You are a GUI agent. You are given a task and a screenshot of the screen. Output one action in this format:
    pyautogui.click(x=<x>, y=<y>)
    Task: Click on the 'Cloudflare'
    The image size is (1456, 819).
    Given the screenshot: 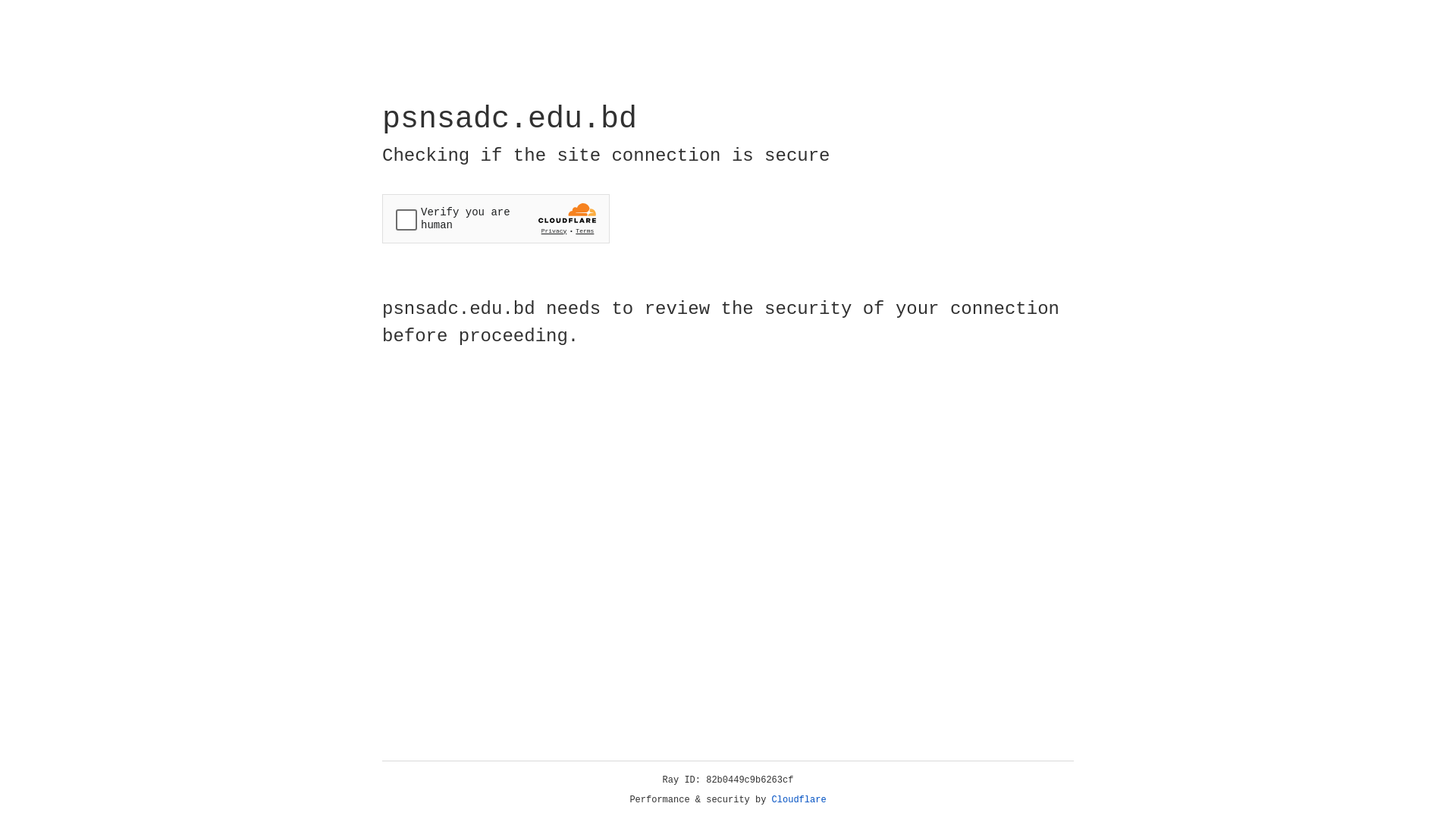 What is the action you would take?
    pyautogui.click(x=799, y=799)
    